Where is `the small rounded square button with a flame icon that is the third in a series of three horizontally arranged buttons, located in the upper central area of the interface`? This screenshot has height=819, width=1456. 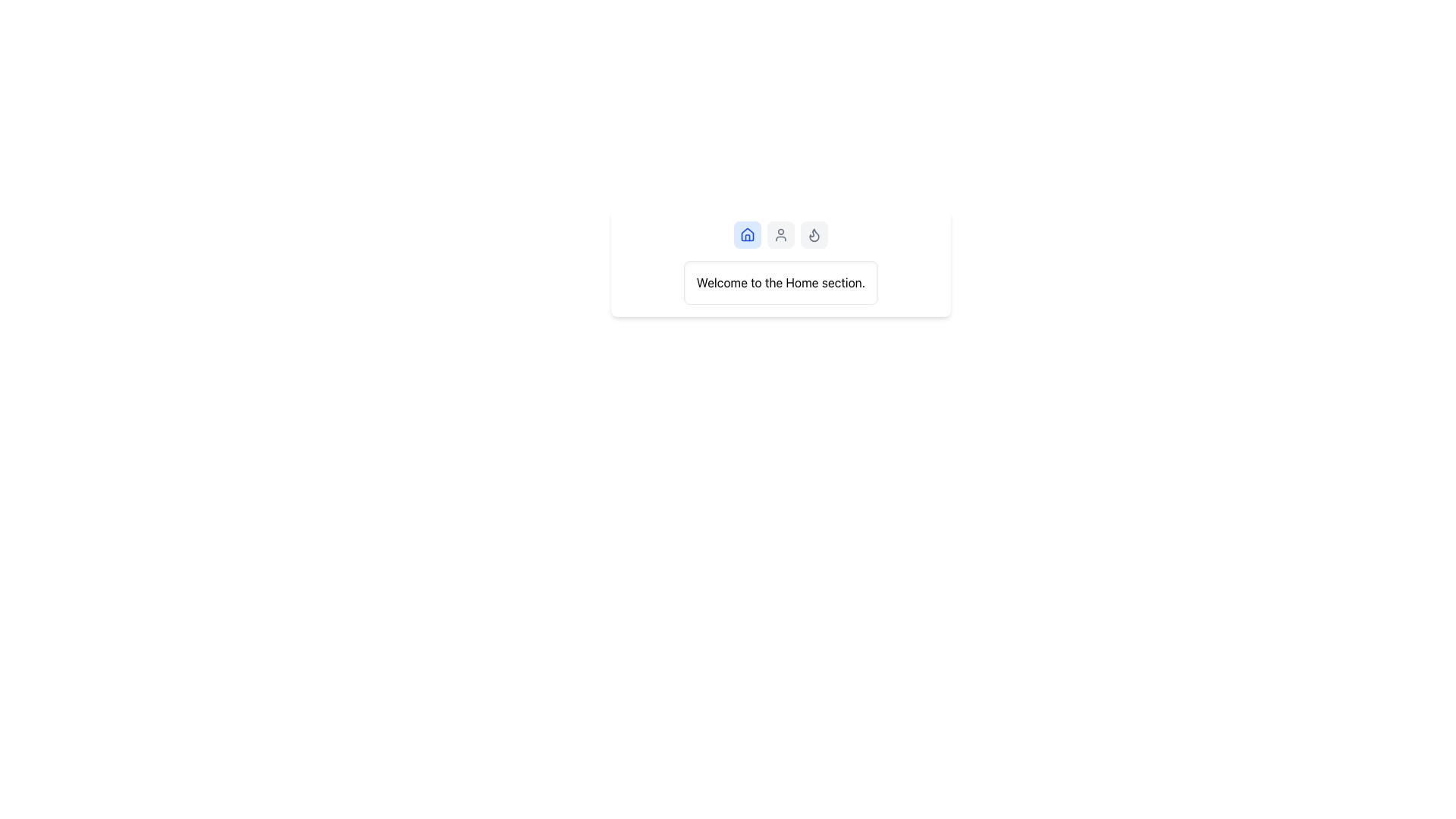 the small rounded square button with a flame icon that is the third in a series of three horizontally arranged buttons, located in the upper central area of the interface is located at coordinates (814, 234).